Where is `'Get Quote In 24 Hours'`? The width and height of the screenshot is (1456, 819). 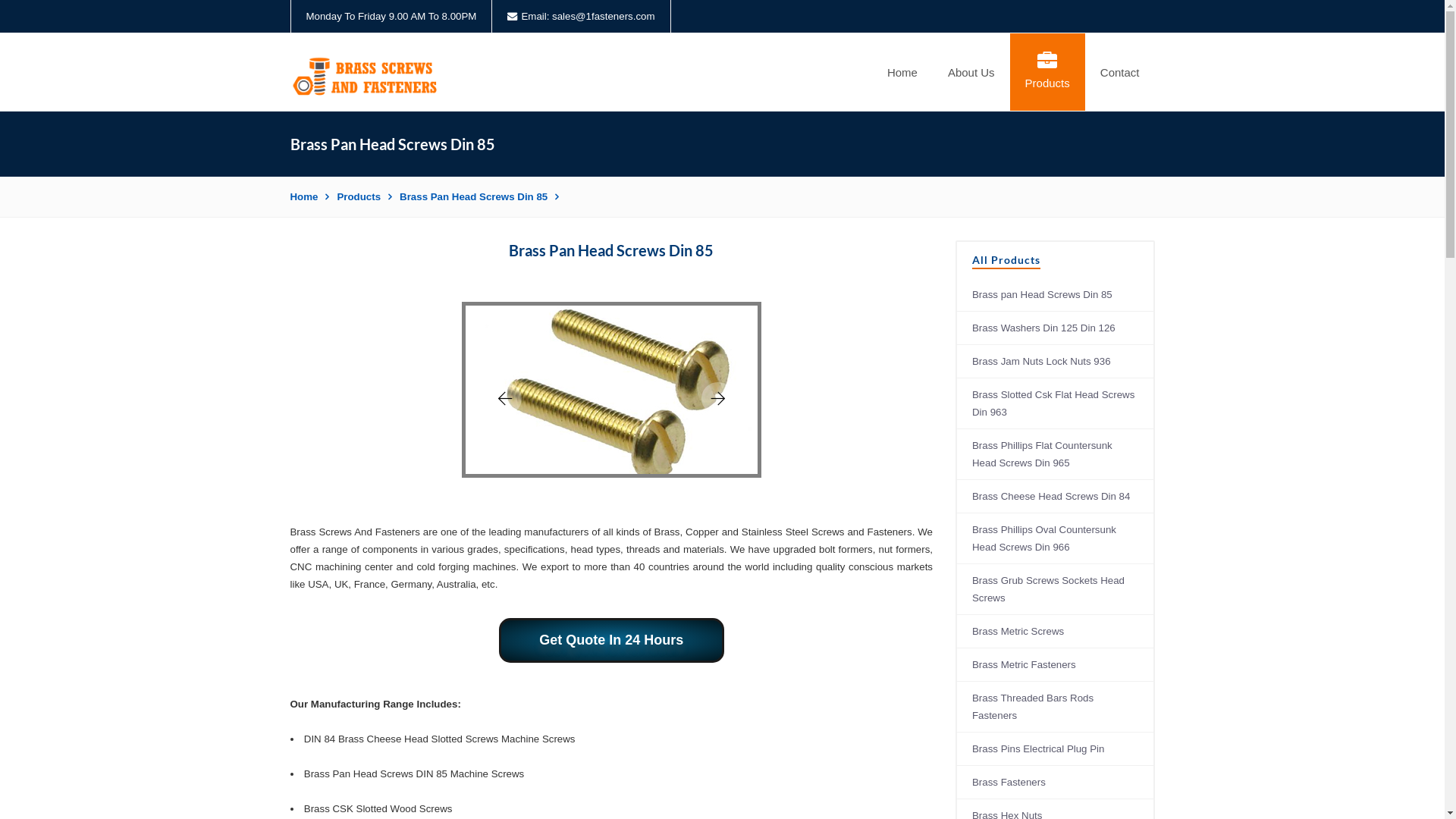 'Get Quote In 24 Hours' is located at coordinates (611, 640).